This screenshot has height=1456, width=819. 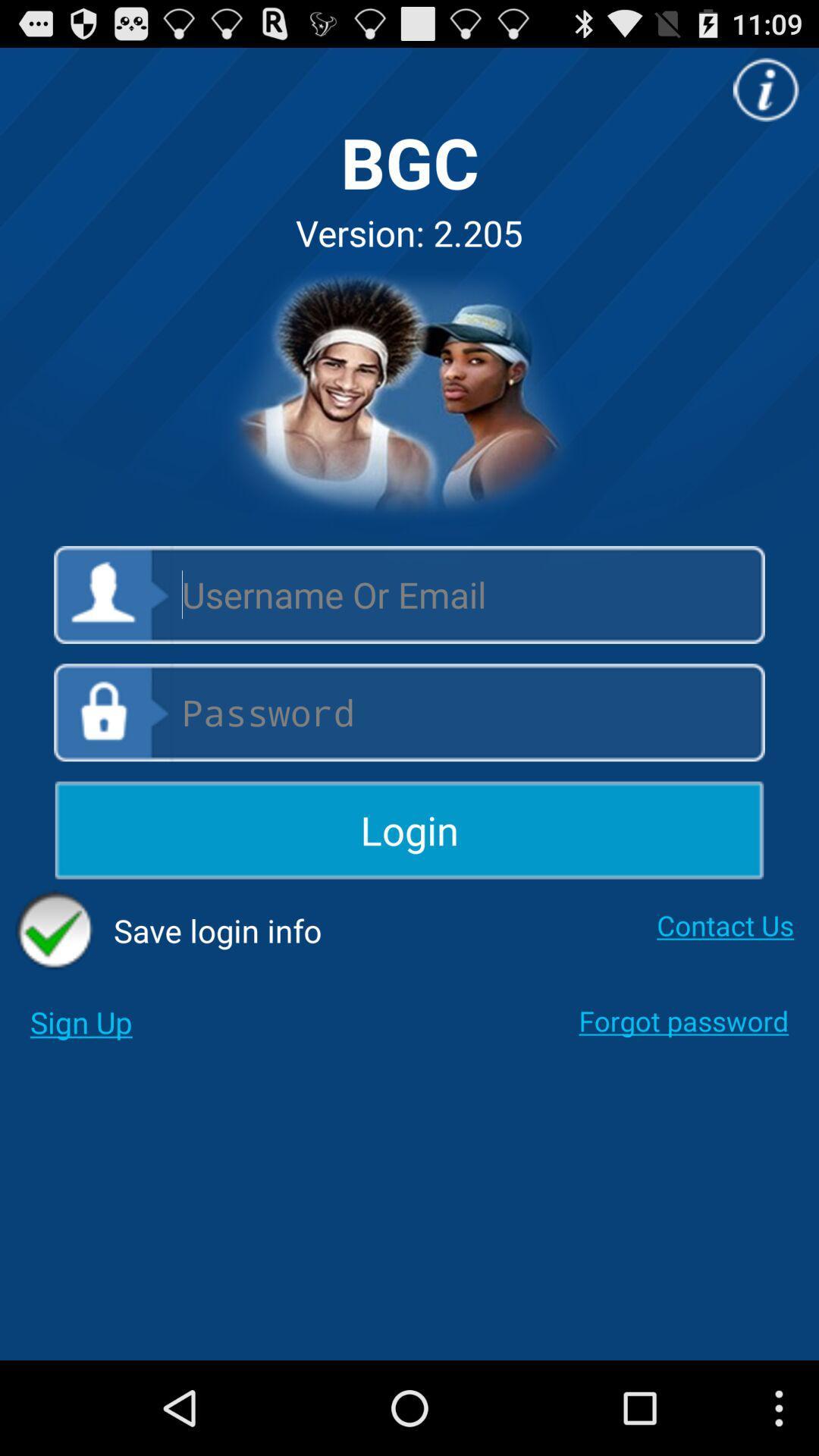 What do you see at coordinates (168, 930) in the screenshot?
I see `the icon below login` at bounding box center [168, 930].